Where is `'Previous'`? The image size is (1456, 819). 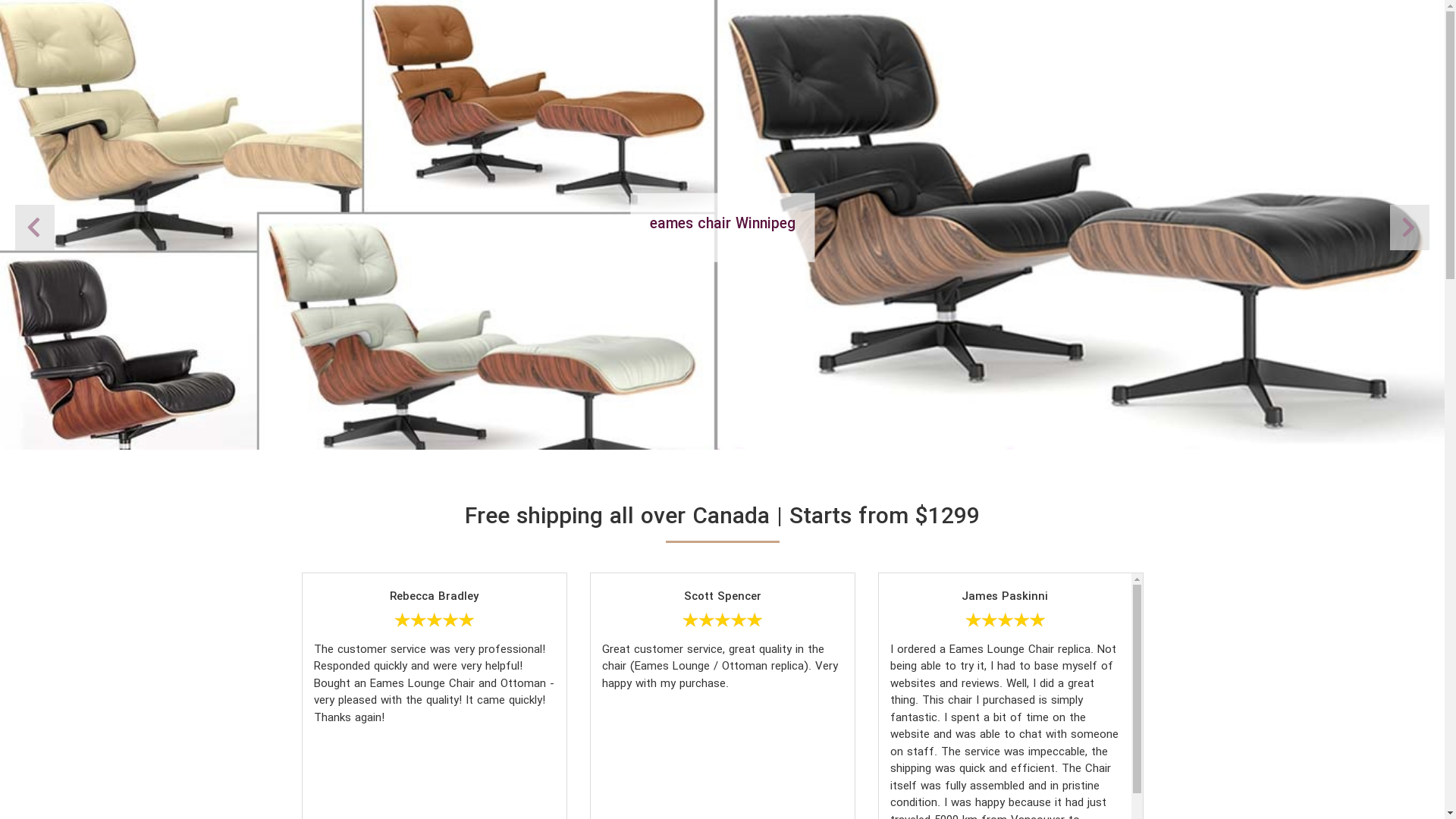 'Previous' is located at coordinates (1408, 227).